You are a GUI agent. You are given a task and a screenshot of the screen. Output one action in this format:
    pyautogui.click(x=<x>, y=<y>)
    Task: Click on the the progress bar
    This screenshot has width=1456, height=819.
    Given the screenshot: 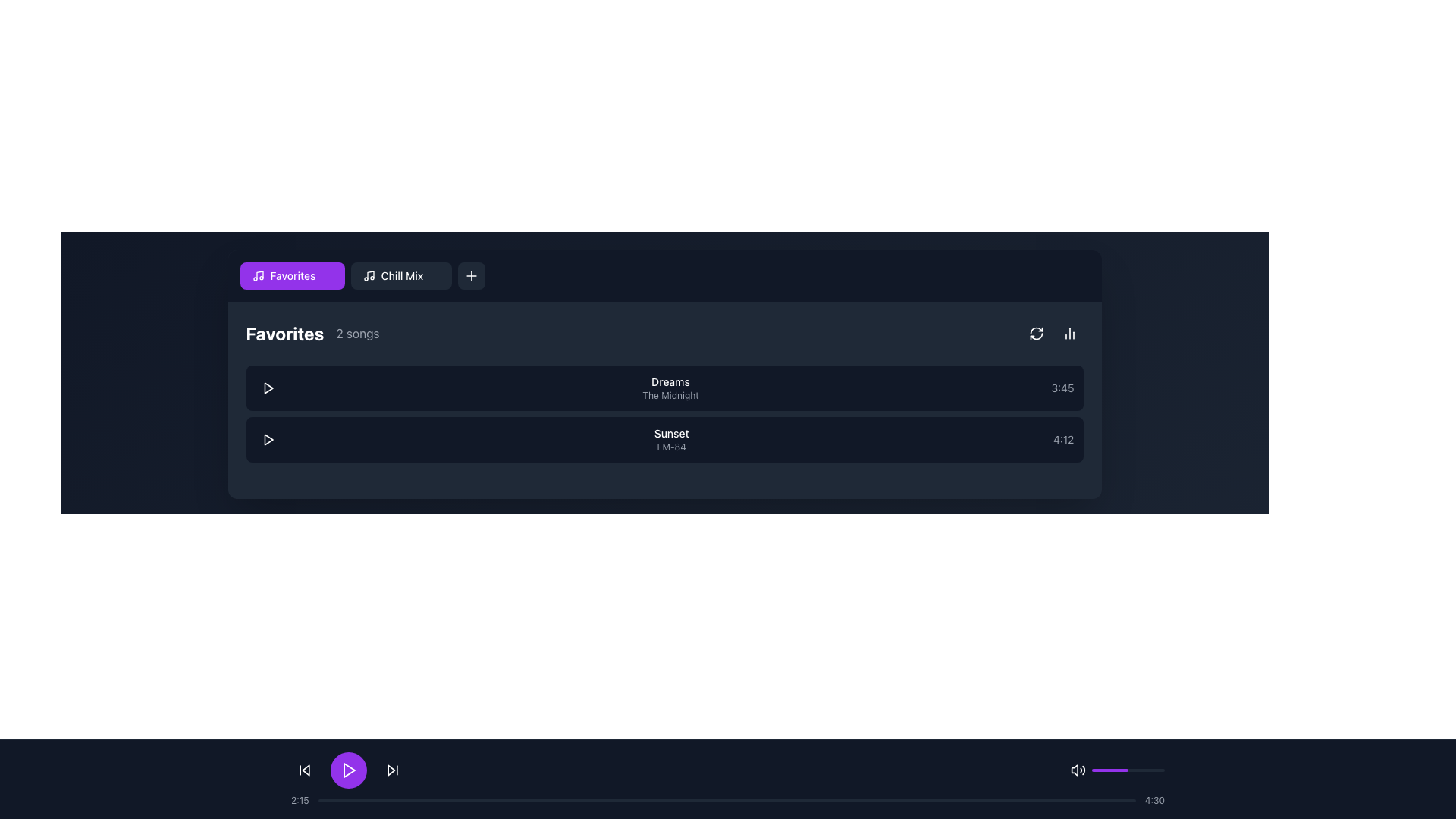 What is the action you would take?
    pyautogui.click(x=808, y=800)
    